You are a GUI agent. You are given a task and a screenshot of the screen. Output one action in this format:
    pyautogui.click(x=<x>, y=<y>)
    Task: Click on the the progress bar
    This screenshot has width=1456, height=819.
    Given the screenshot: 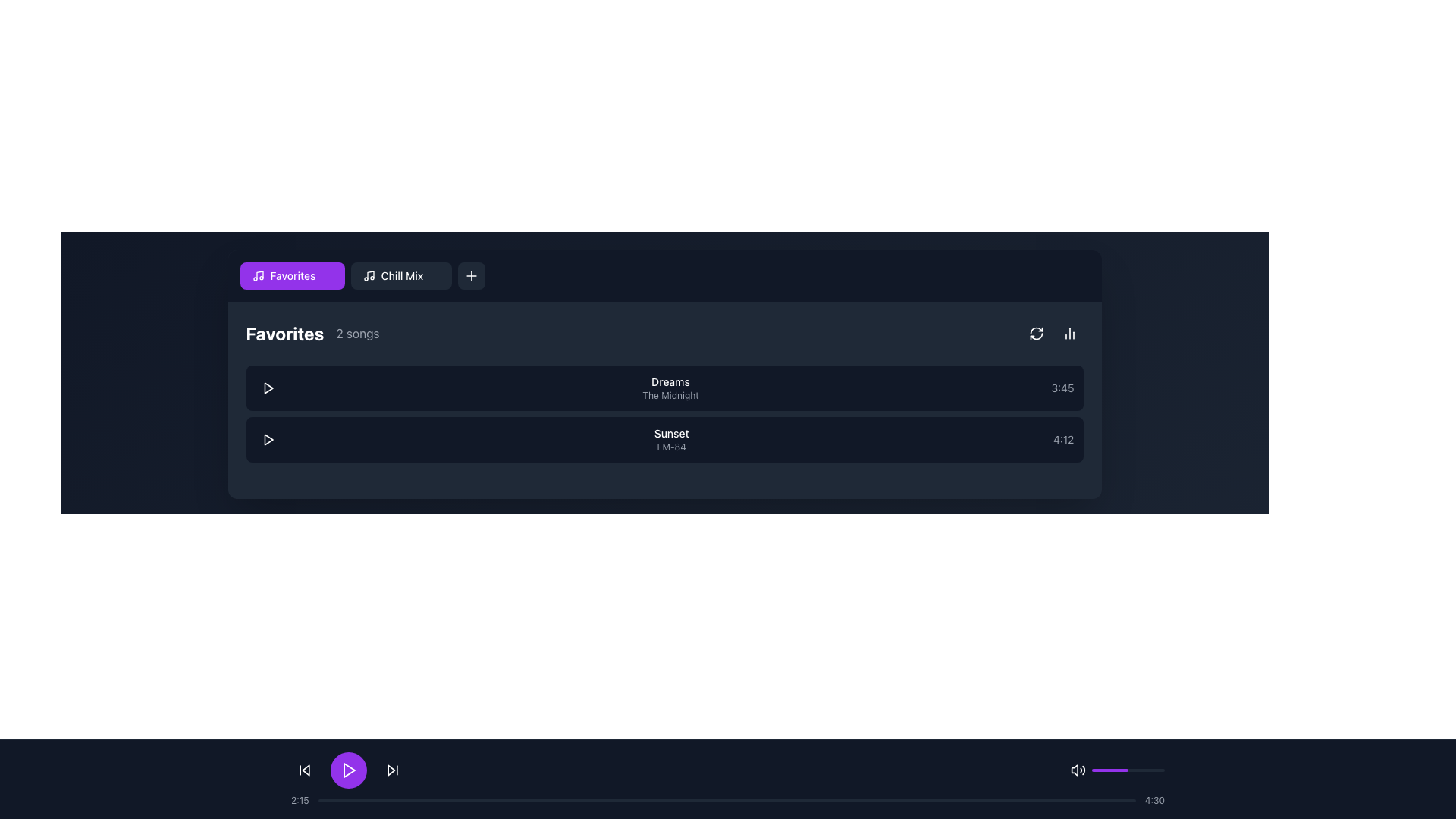 What is the action you would take?
    pyautogui.click(x=808, y=800)
    